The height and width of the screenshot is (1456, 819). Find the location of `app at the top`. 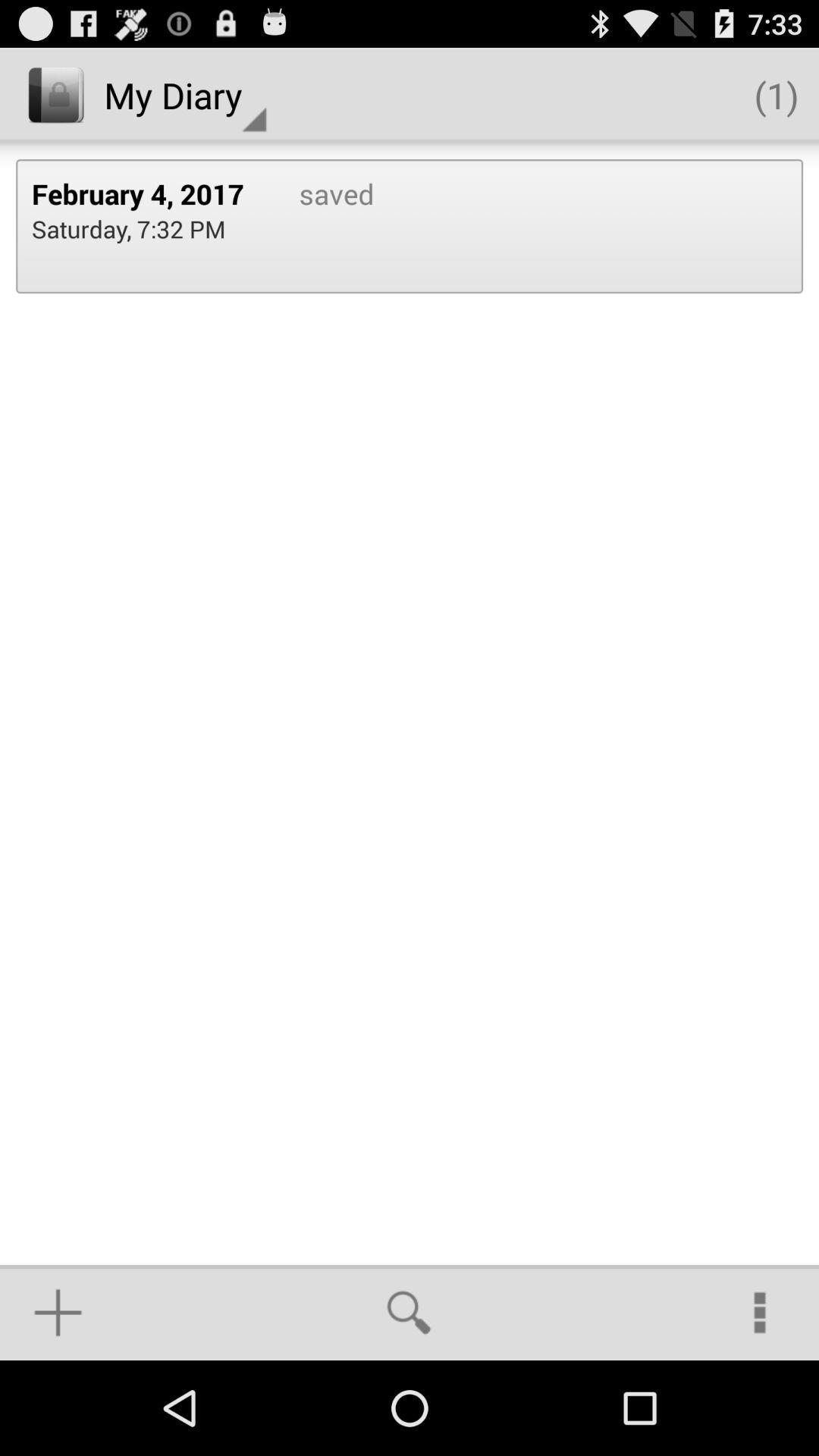

app at the top is located at coordinates (320, 225).